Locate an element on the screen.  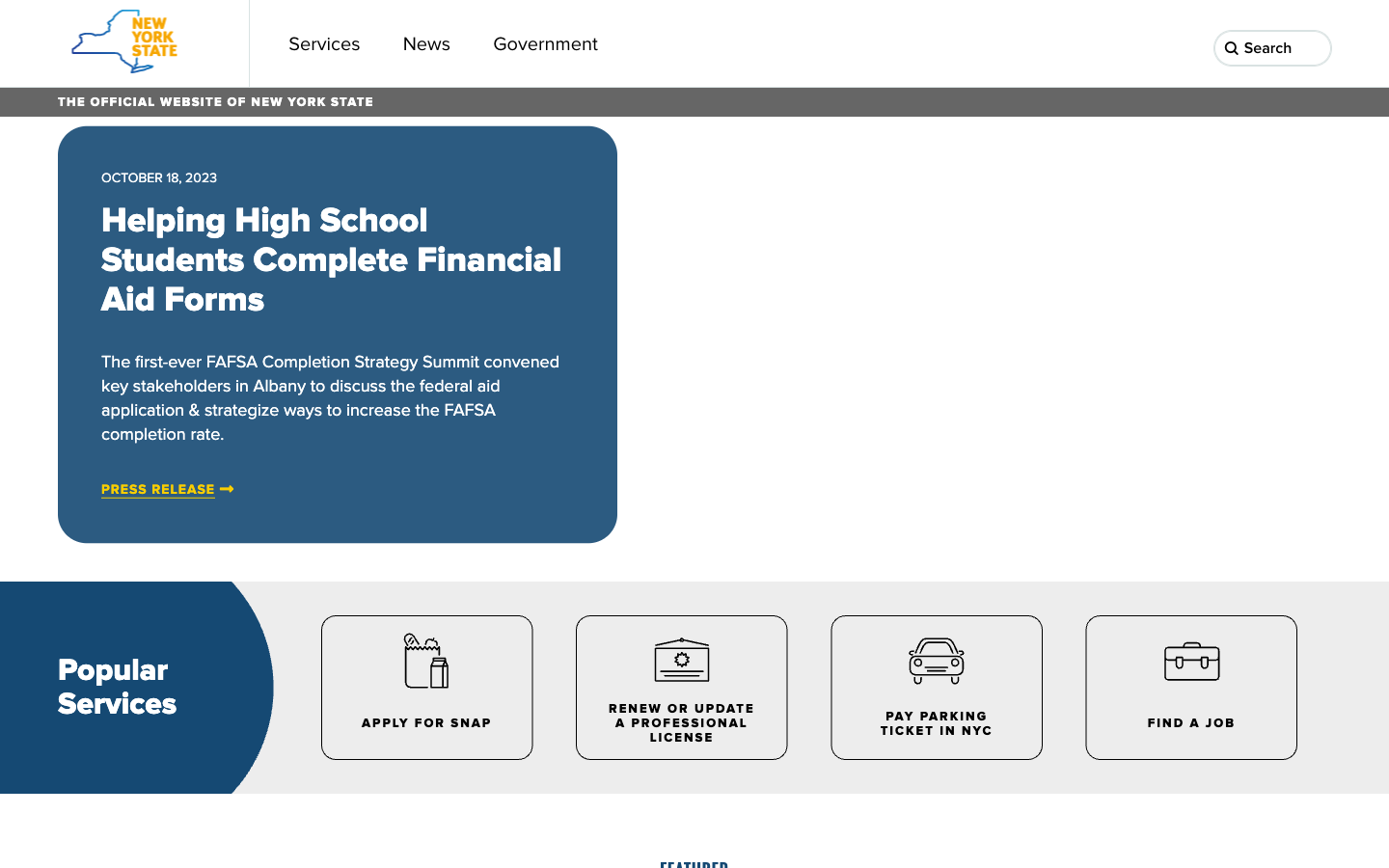
the NYC parking ticket payment portal on the lower panel is located at coordinates (934, 686).